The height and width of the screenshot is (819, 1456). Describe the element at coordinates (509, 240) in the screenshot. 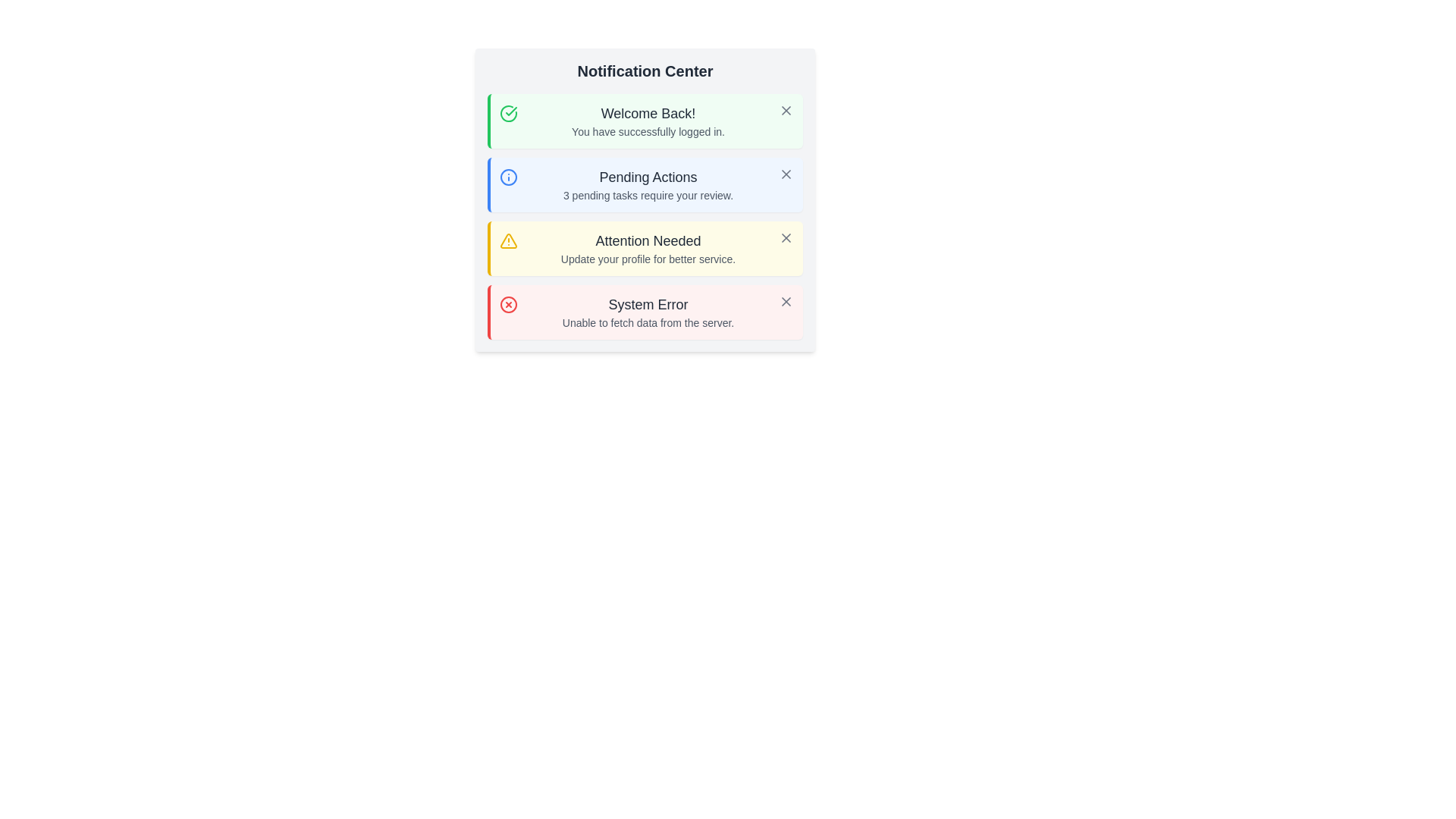

I see `the warning icon located in the third notification card of the Notification Center` at that location.